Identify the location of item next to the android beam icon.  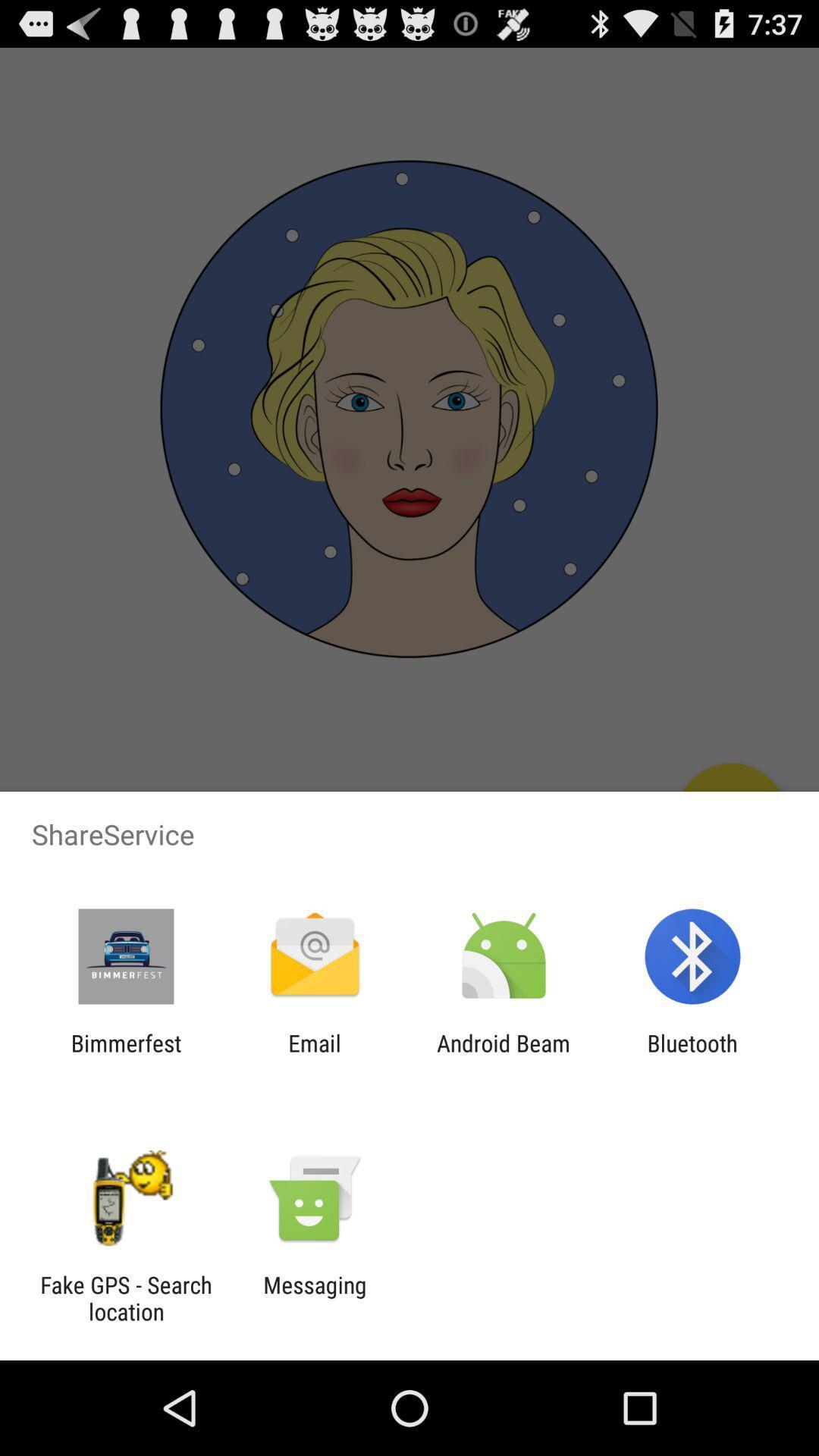
(692, 1056).